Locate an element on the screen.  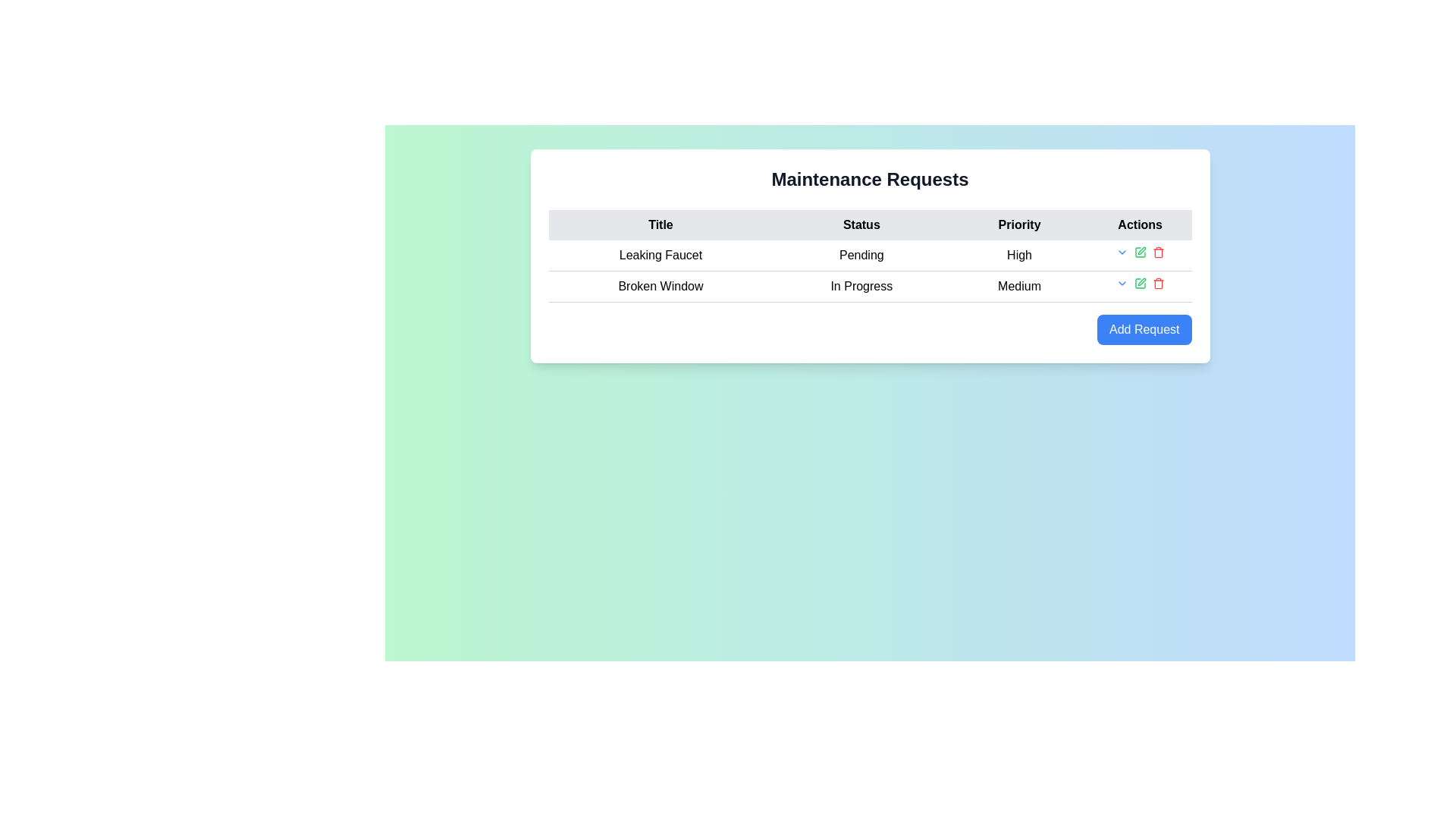
the 'Medium' priority label for the 'Broken Window' maintenance task located in the second row of the table under the 'Priority' column is located at coordinates (1019, 287).